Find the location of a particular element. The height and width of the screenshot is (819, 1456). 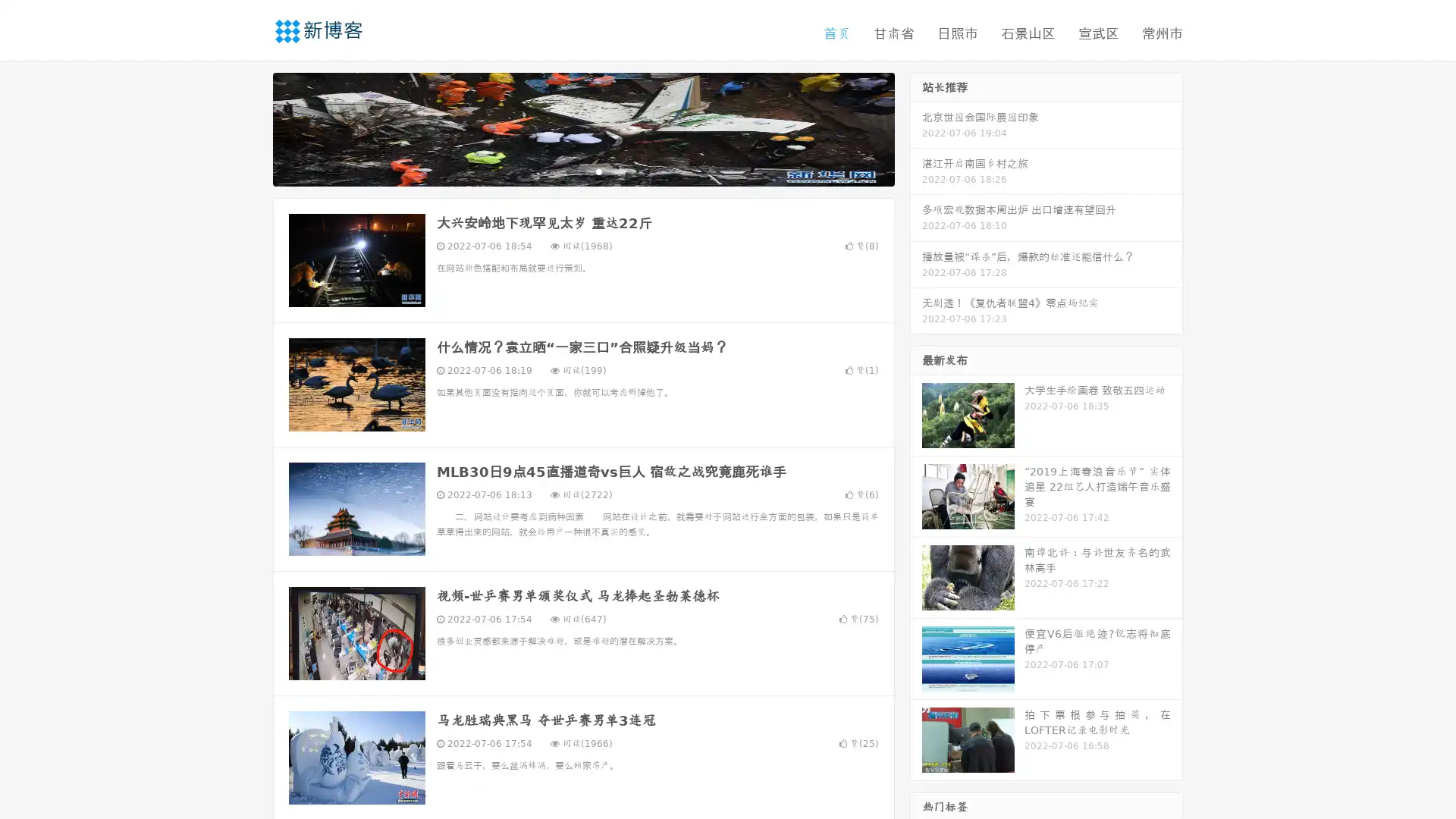

Next slide is located at coordinates (916, 127).